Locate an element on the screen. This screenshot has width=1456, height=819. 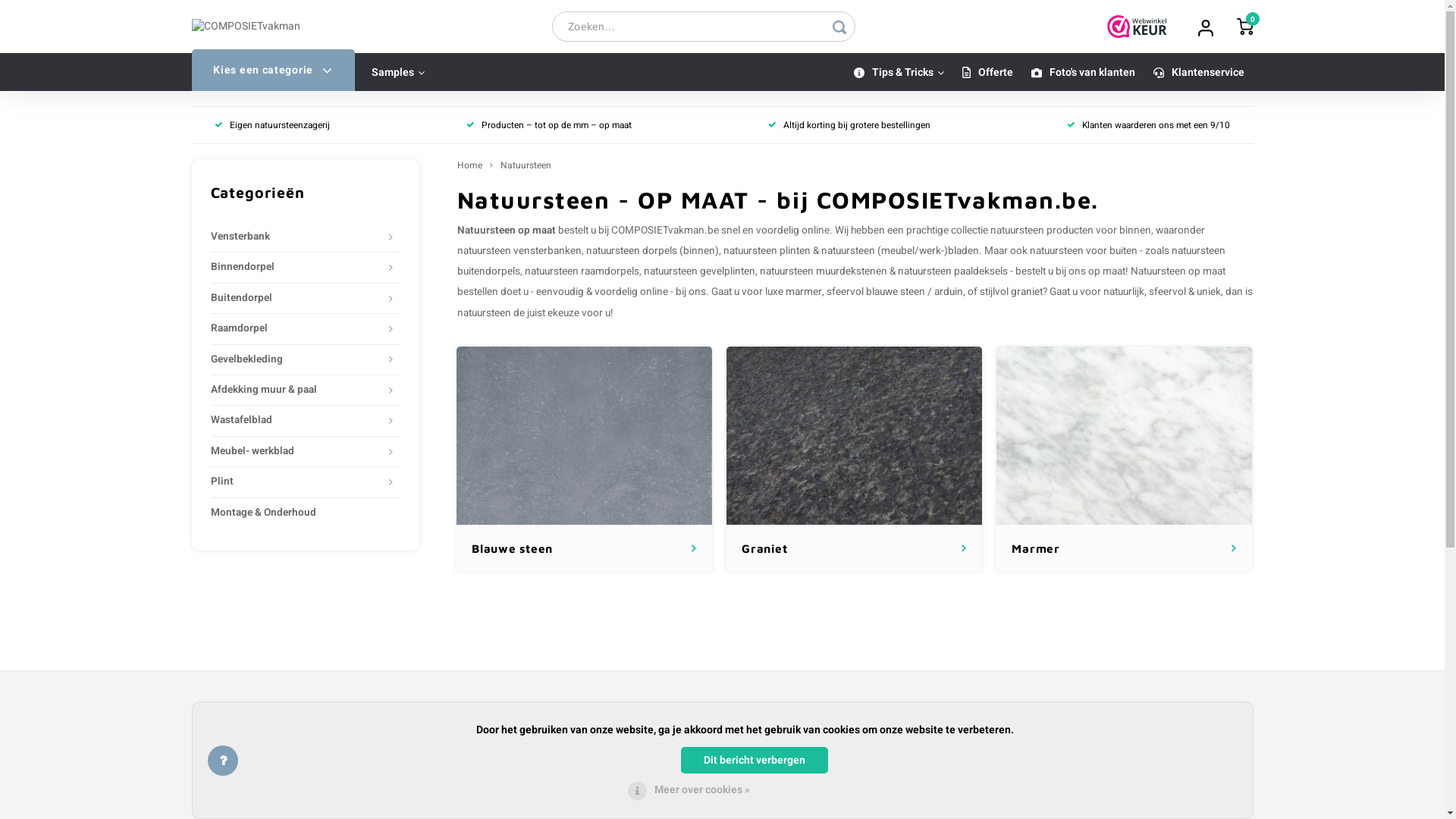
'Afdekking muur & paal' is located at coordinates (210, 389).